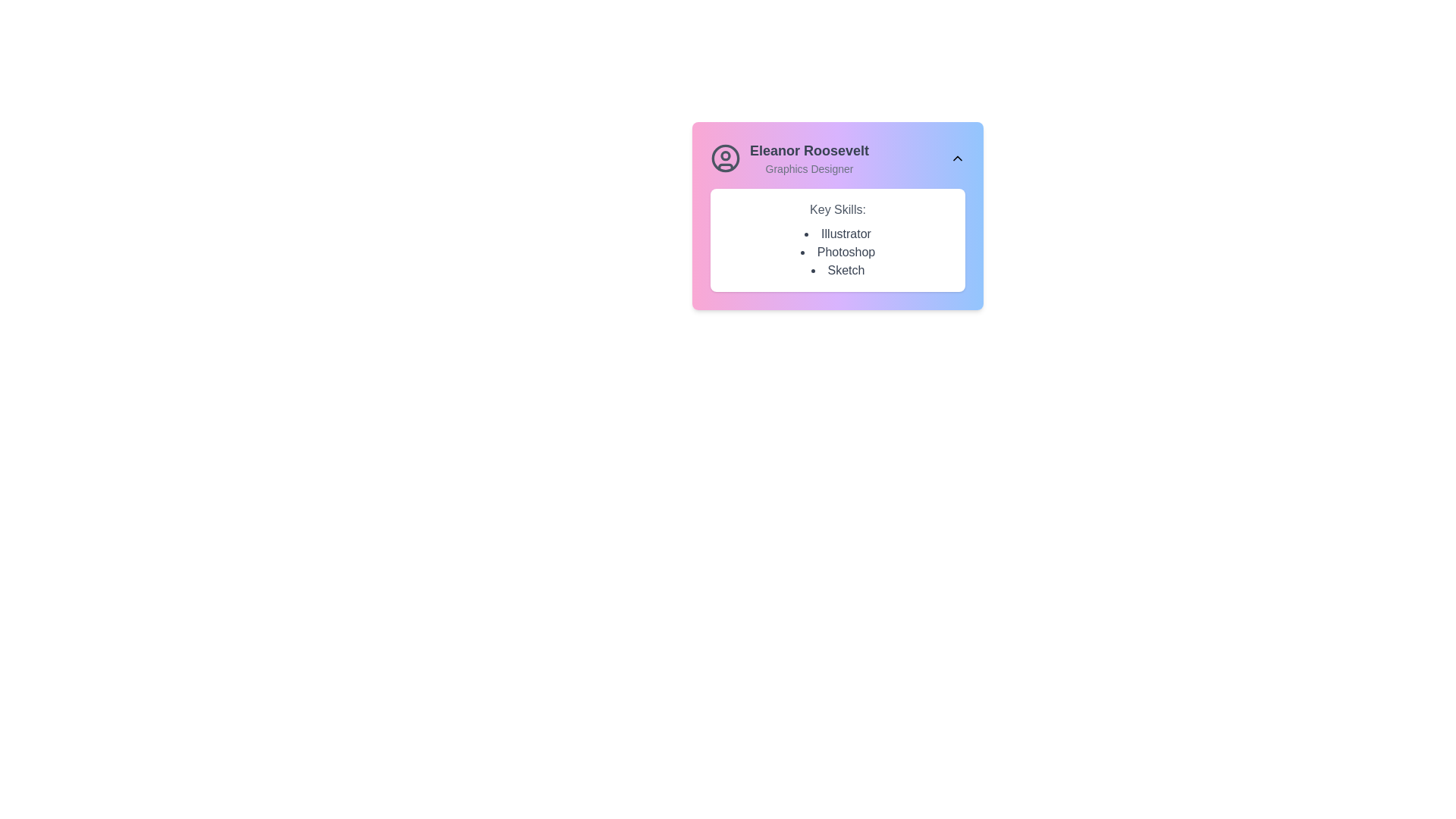 This screenshot has height=819, width=1456. I want to click on the interactive button located at the top-right corner of the card containing 'Eleanor Roosevelt' and 'Graphics Designer' to trigger a tooltip or effect, so click(956, 158).